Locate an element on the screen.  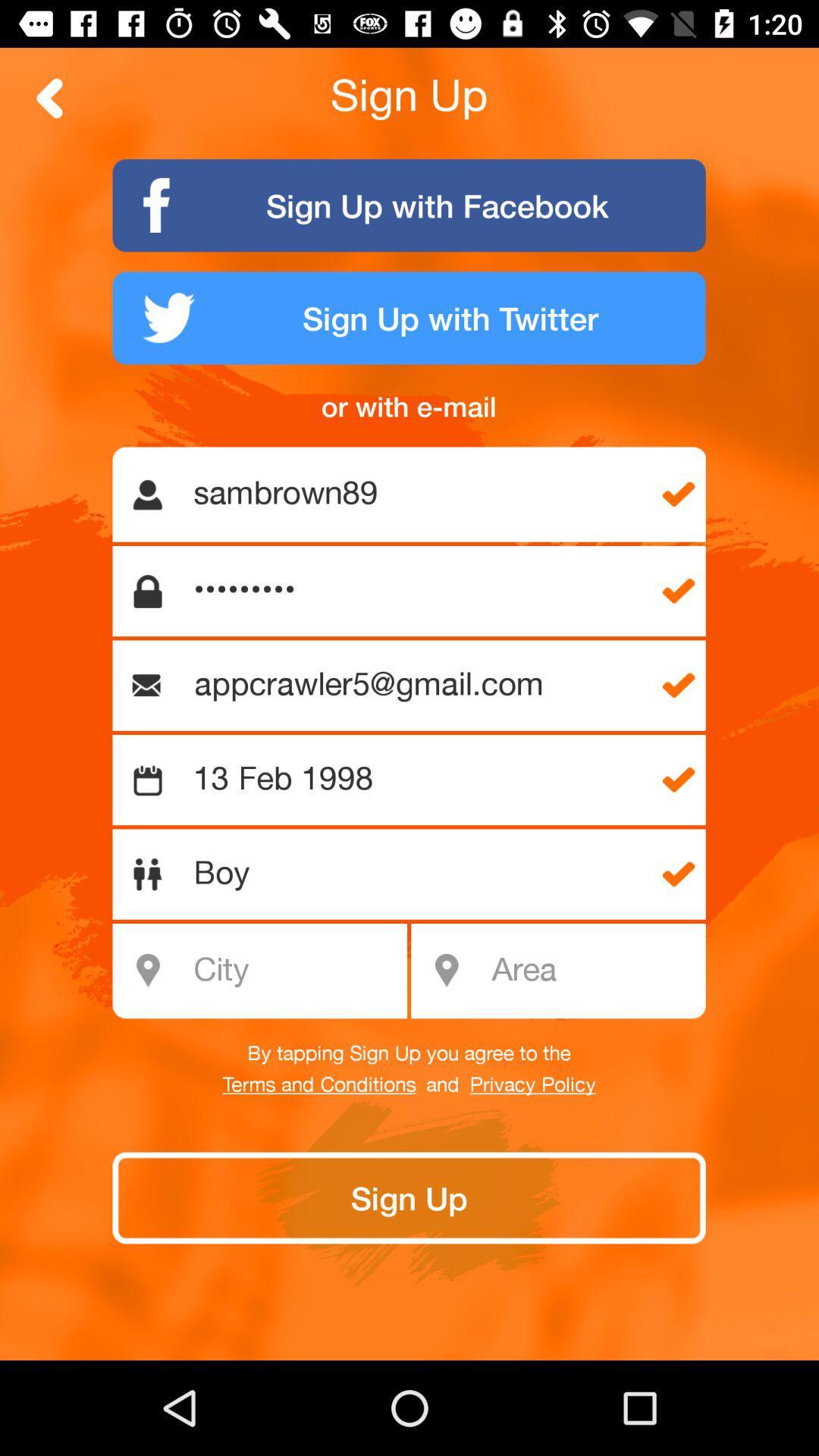
boy item is located at coordinates (417, 874).